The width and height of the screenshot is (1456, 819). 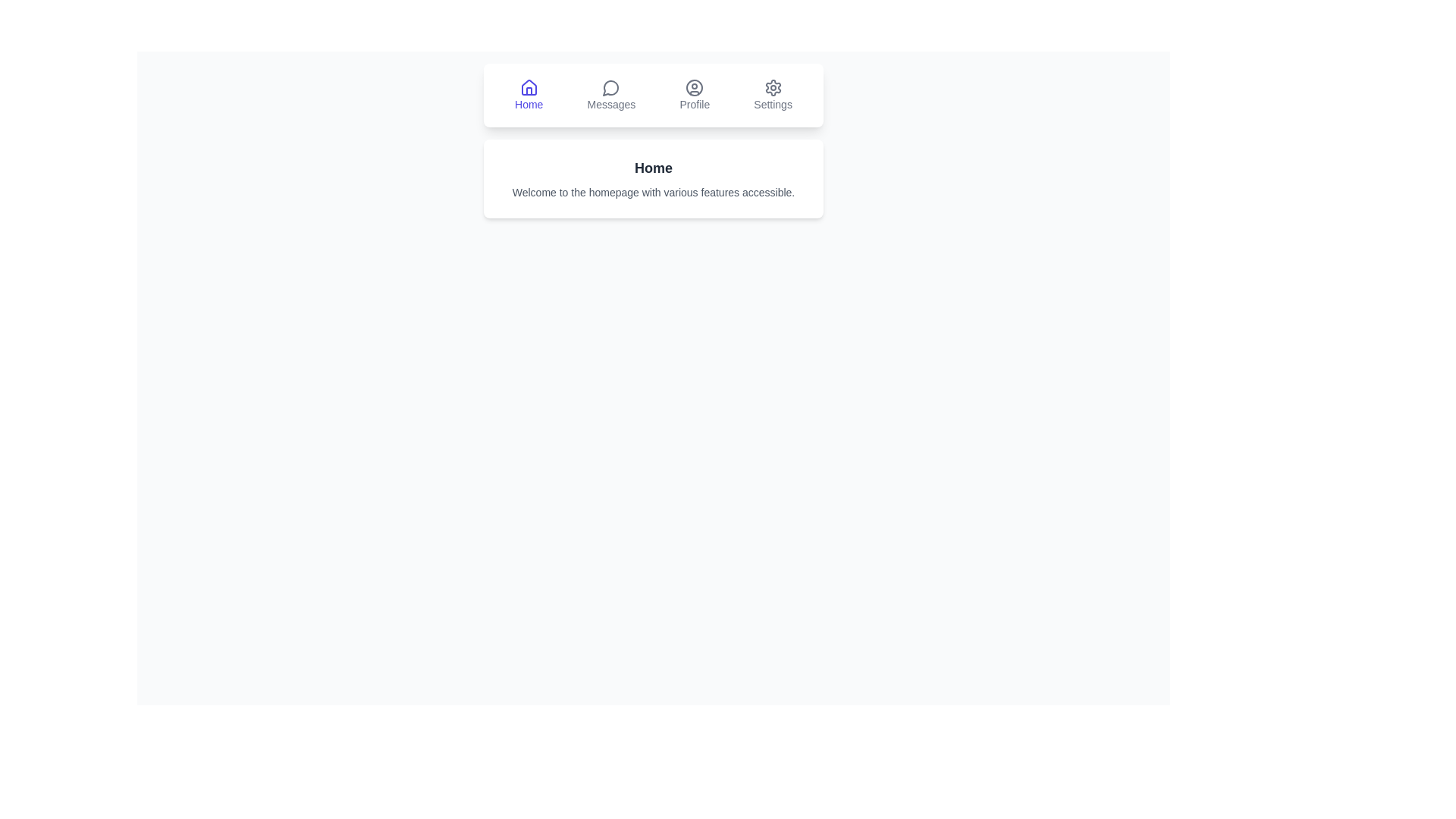 I want to click on the Messages tab, so click(x=611, y=96).